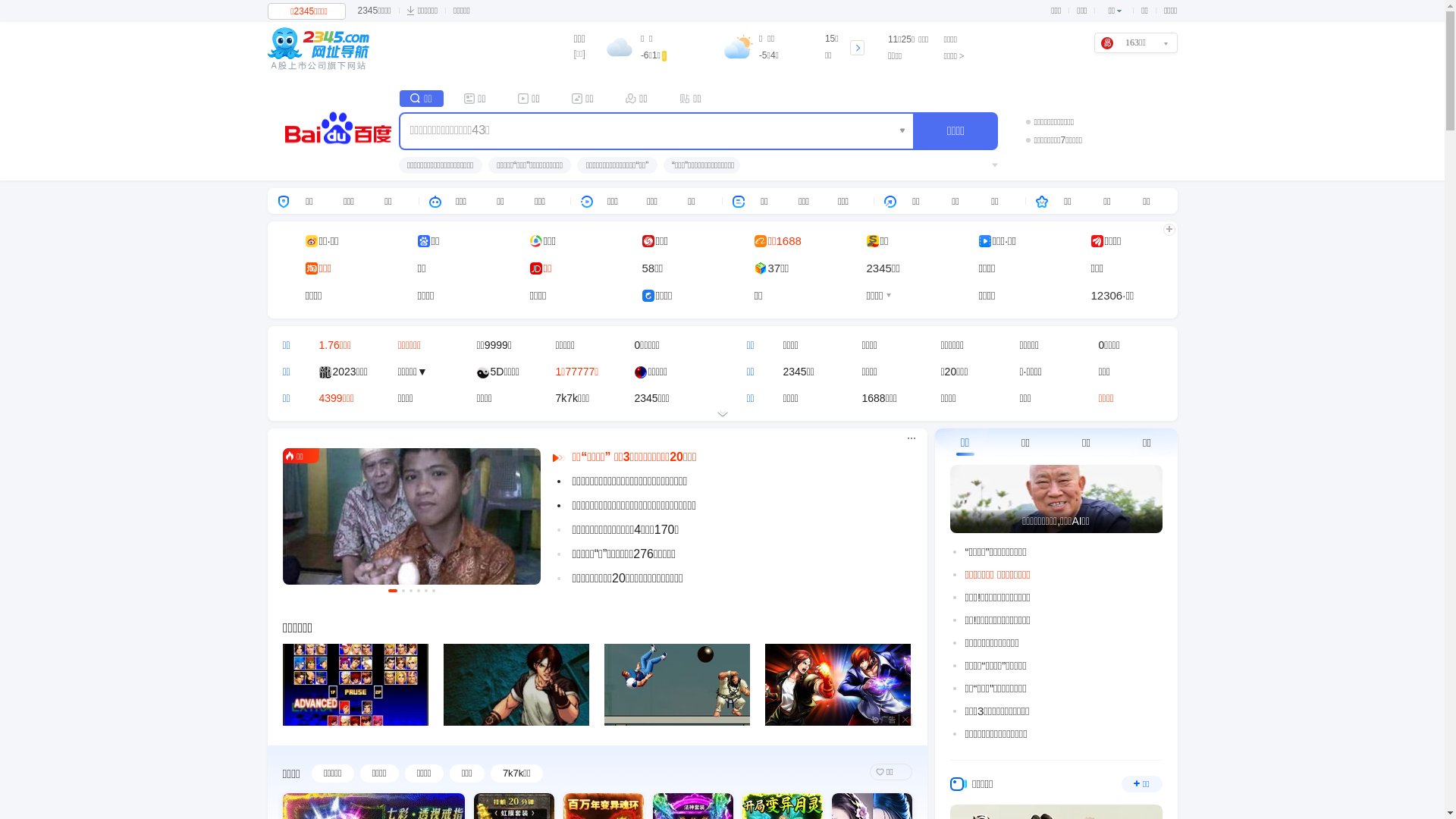 This screenshot has height=819, width=1456. I want to click on '12306', so click(1106, 295).